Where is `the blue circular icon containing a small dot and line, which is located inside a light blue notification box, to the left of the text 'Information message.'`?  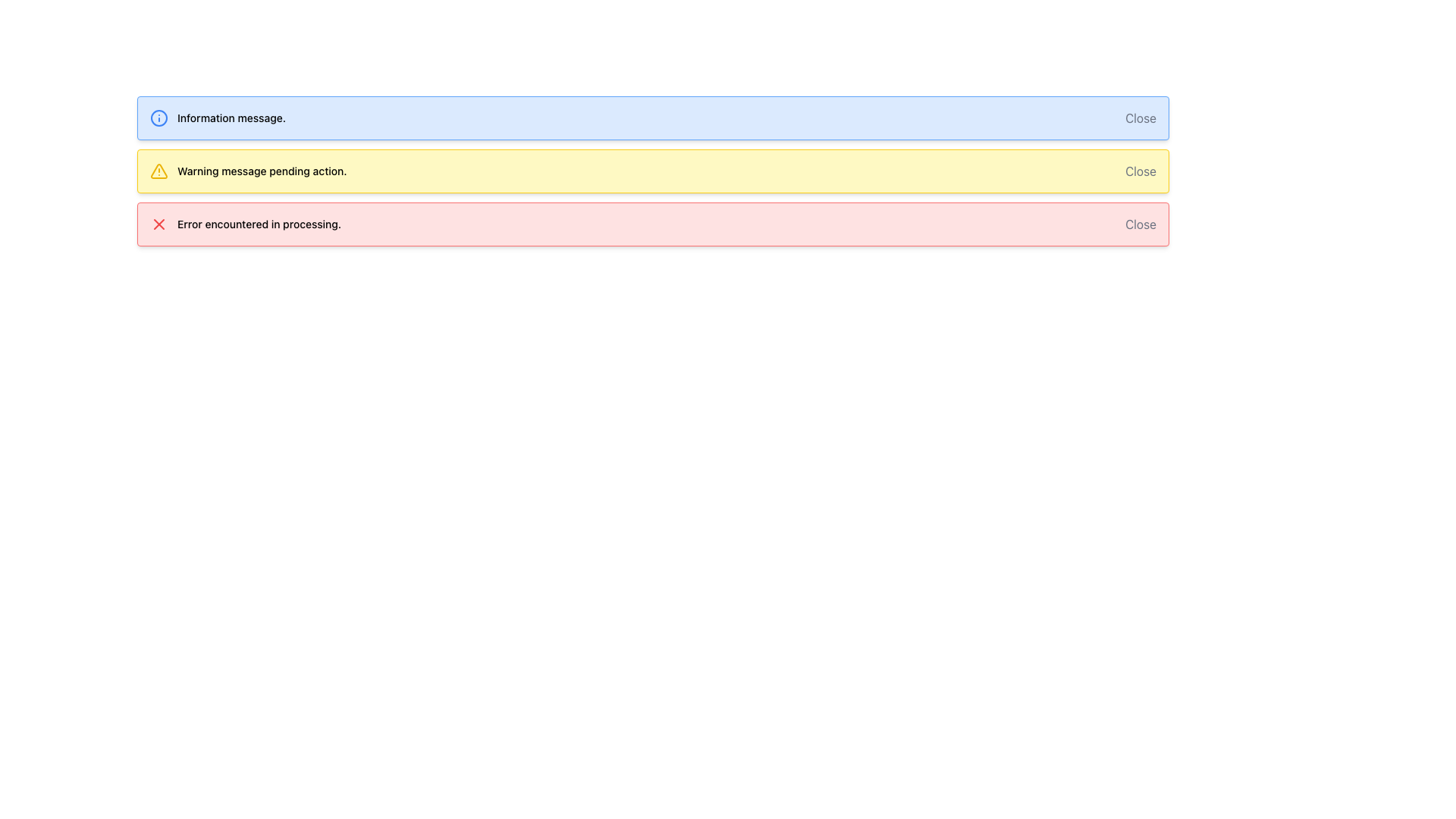 the blue circular icon containing a small dot and line, which is located inside a light blue notification box, to the left of the text 'Information message.' is located at coordinates (159, 117).